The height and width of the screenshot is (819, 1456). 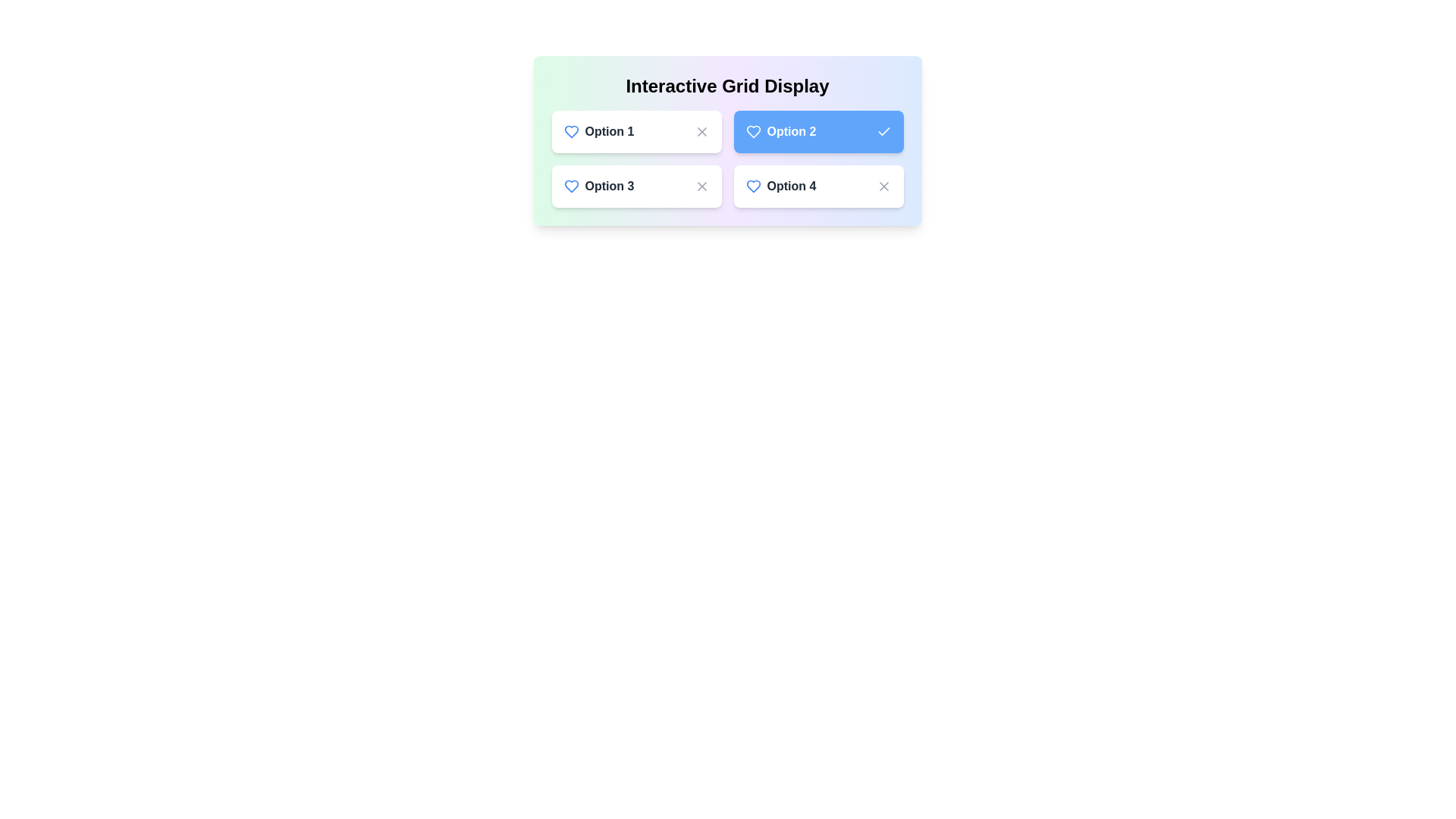 What do you see at coordinates (636, 186) in the screenshot?
I see `the option labeled Option 3` at bounding box center [636, 186].